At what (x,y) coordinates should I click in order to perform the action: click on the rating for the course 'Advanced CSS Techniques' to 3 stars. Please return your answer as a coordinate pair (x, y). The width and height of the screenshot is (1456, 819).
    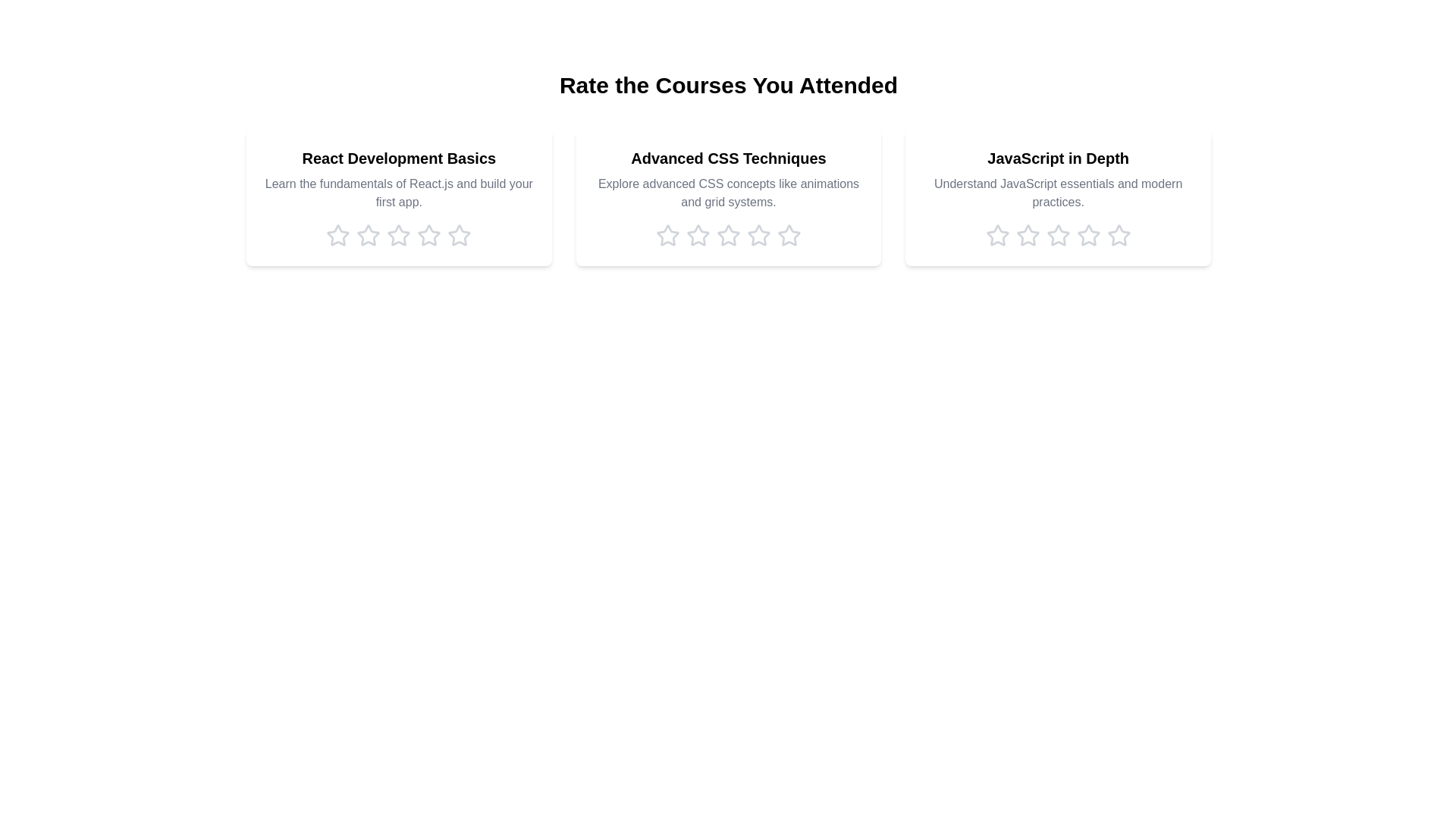
    Looking at the image, I should click on (728, 236).